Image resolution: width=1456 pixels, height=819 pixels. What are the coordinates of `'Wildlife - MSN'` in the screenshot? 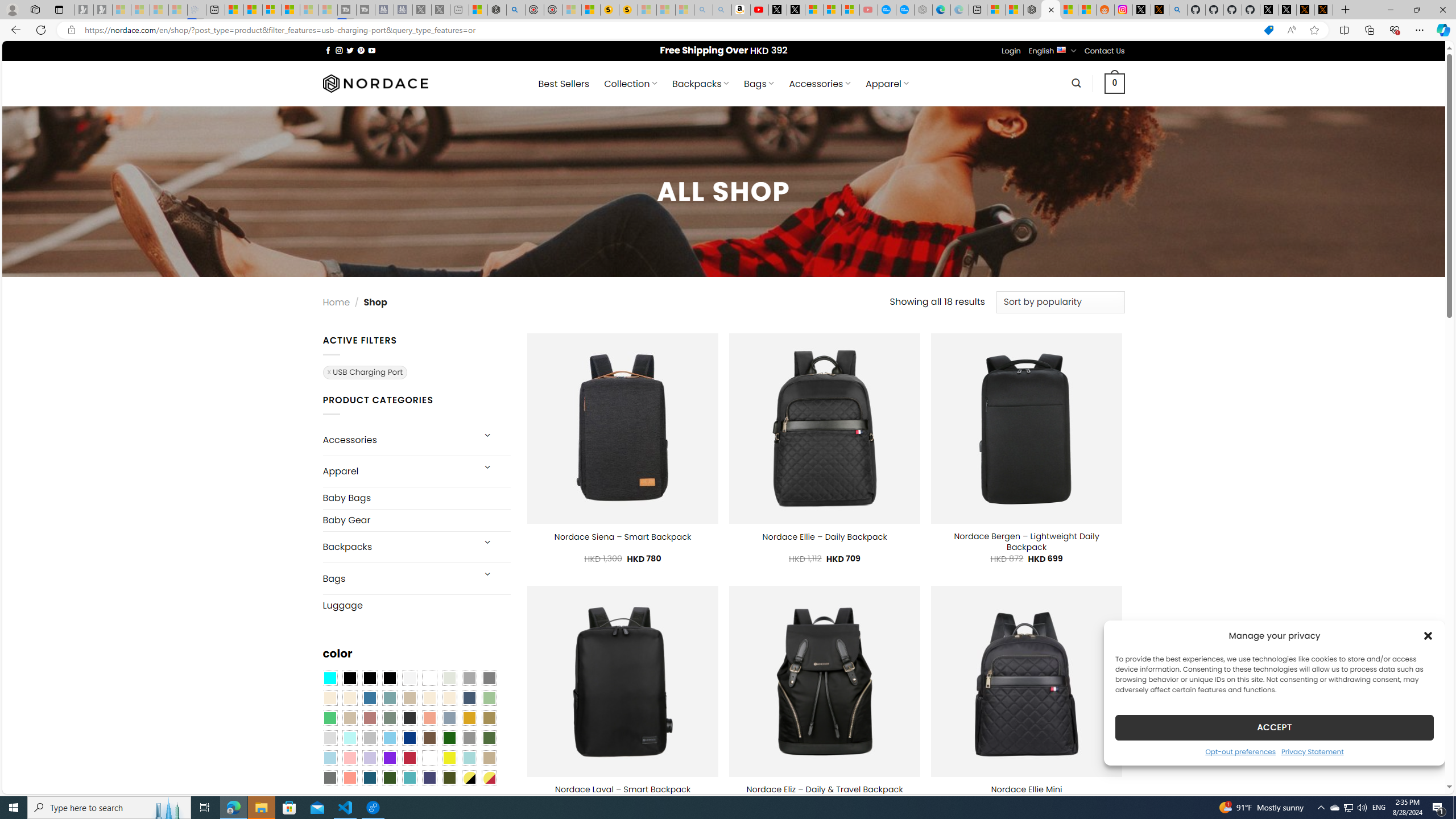 It's located at (477, 9).